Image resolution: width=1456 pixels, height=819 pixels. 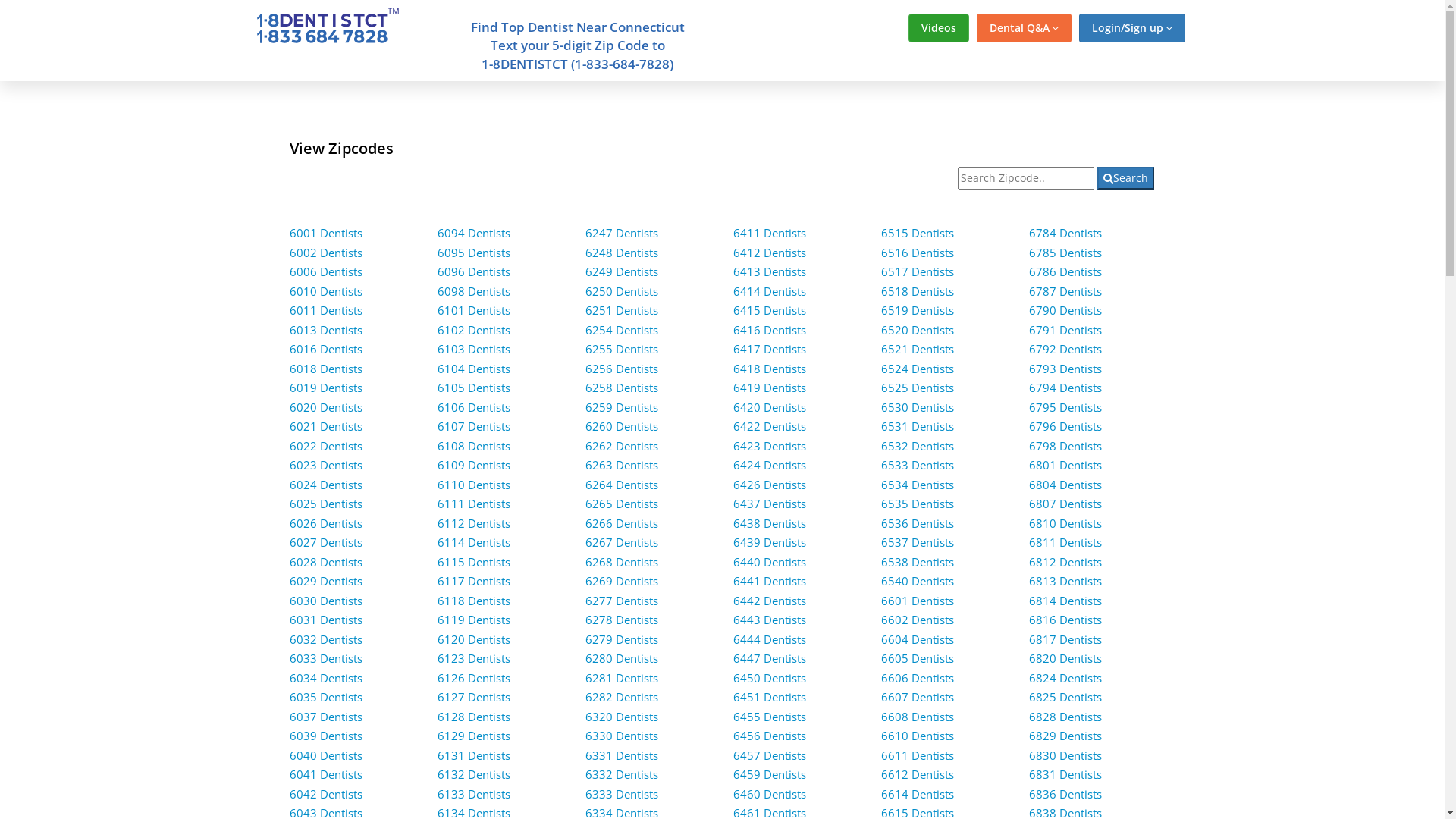 What do you see at coordinates (325, 599) in the screenshot?
I see `'6030 Dentists'` at bounding box center [325, 599].